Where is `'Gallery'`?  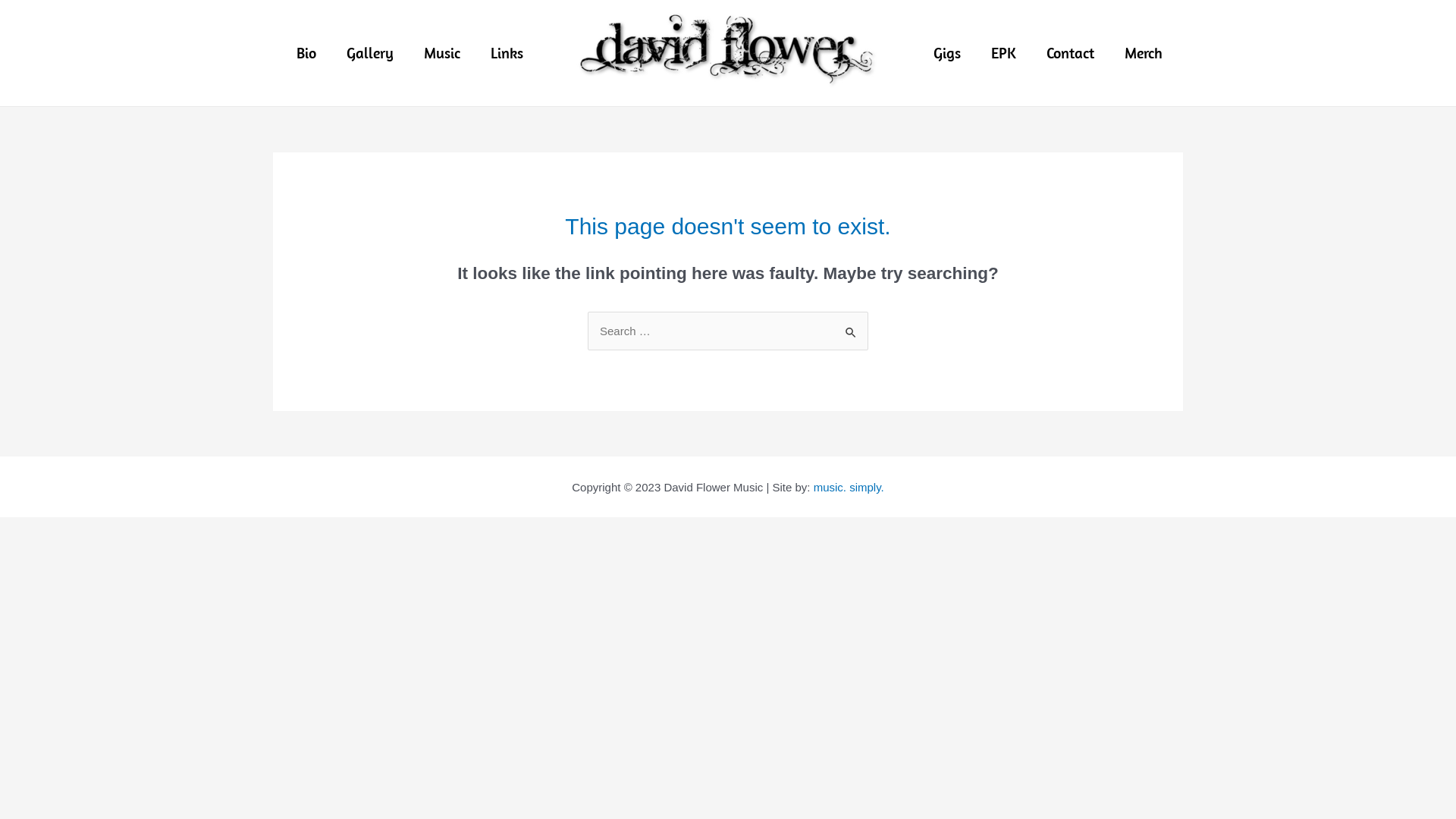 'Gallery' is located at coordinates (369, 52).